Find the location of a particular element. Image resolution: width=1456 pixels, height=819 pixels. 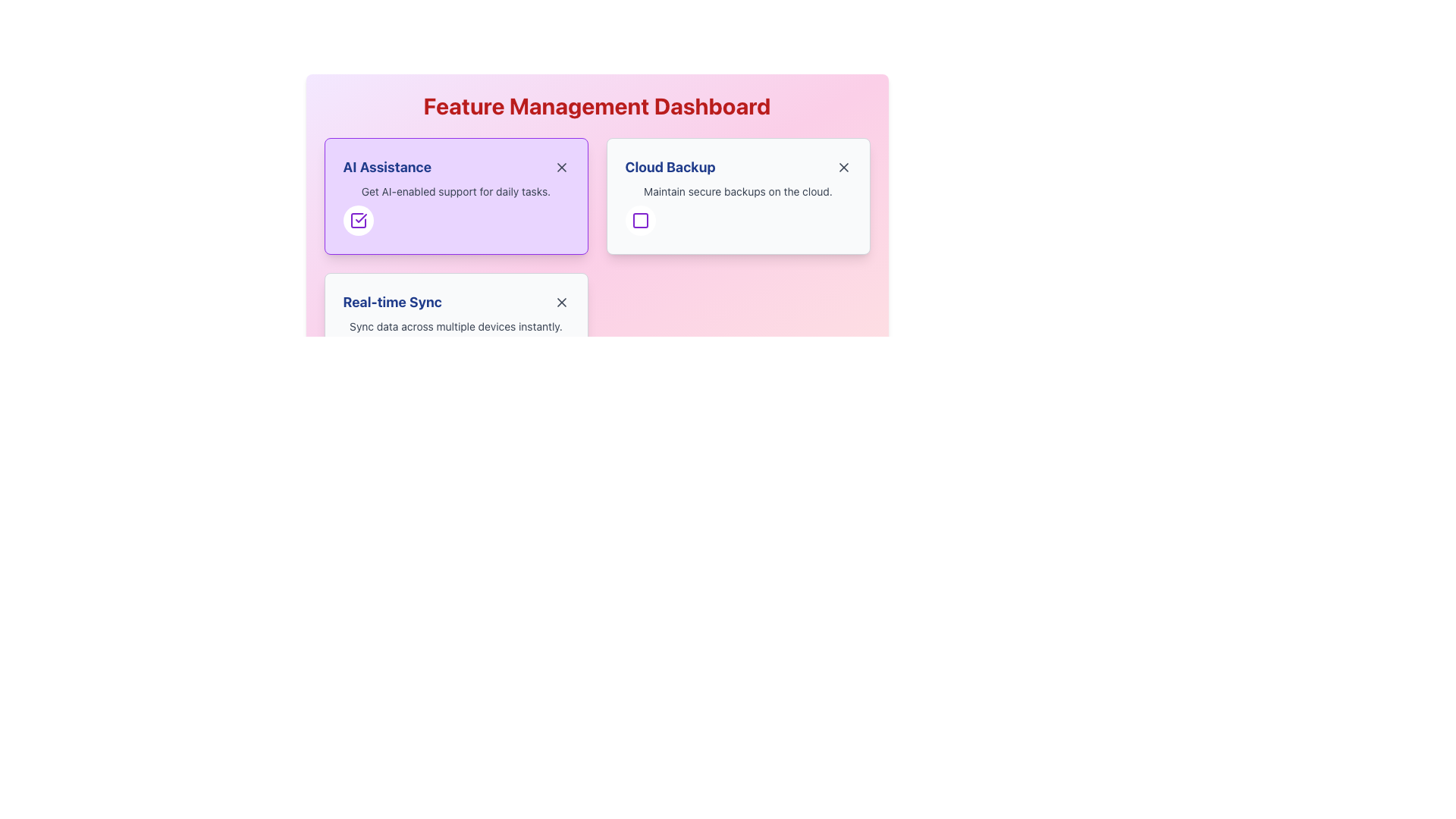

the 'Cloud Backup' feature card located in the top-right corner of the grid is located at coordinates (738, 195).